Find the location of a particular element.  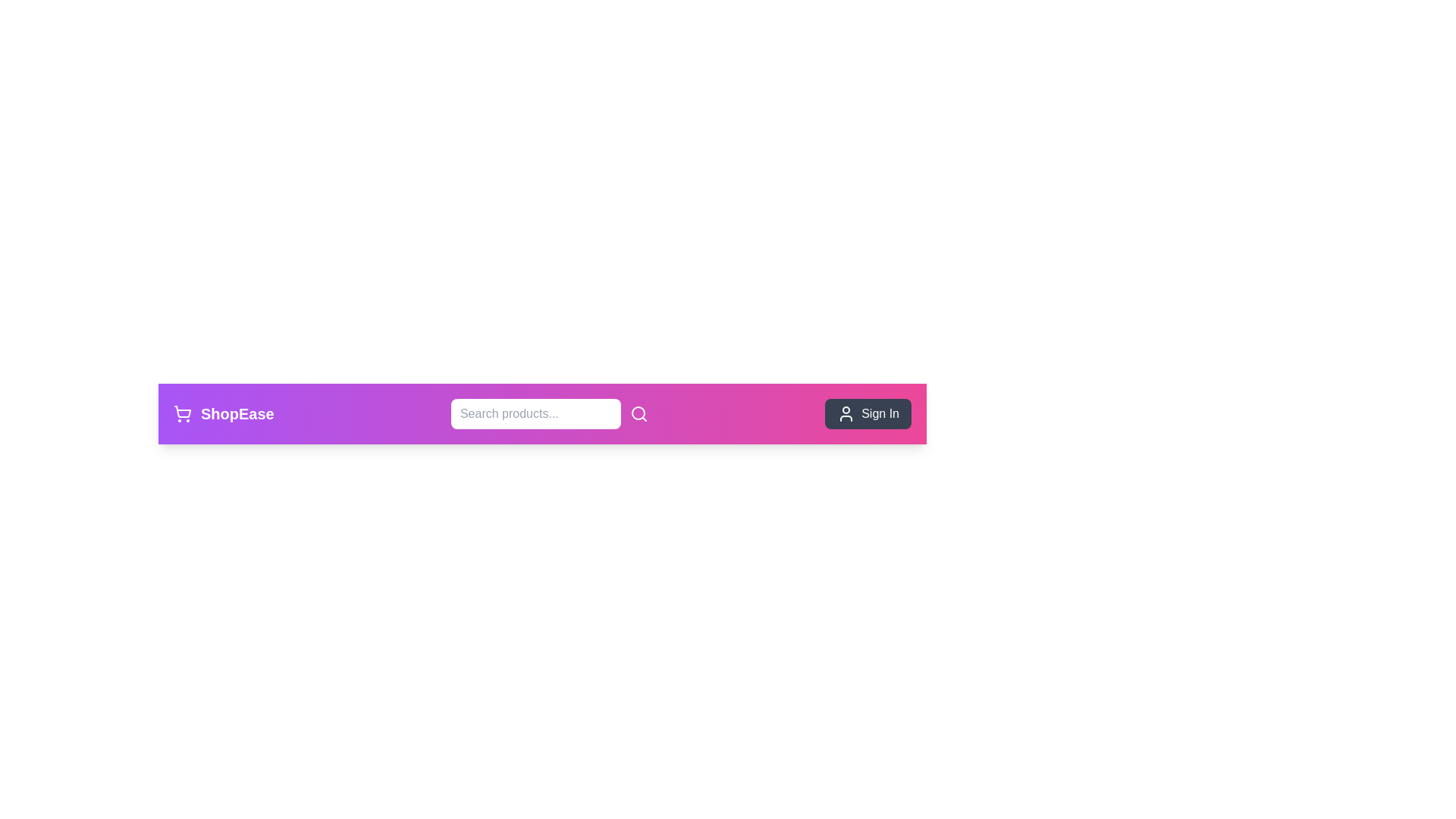

the search icon in the app bar is located at coordinates (639, 414).